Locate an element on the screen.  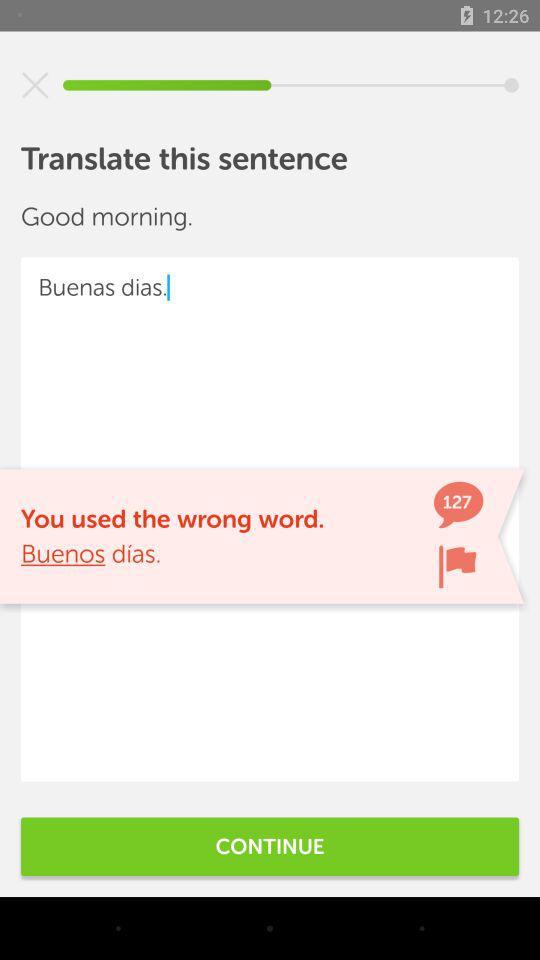
report error is located at coordinates (457, 566).